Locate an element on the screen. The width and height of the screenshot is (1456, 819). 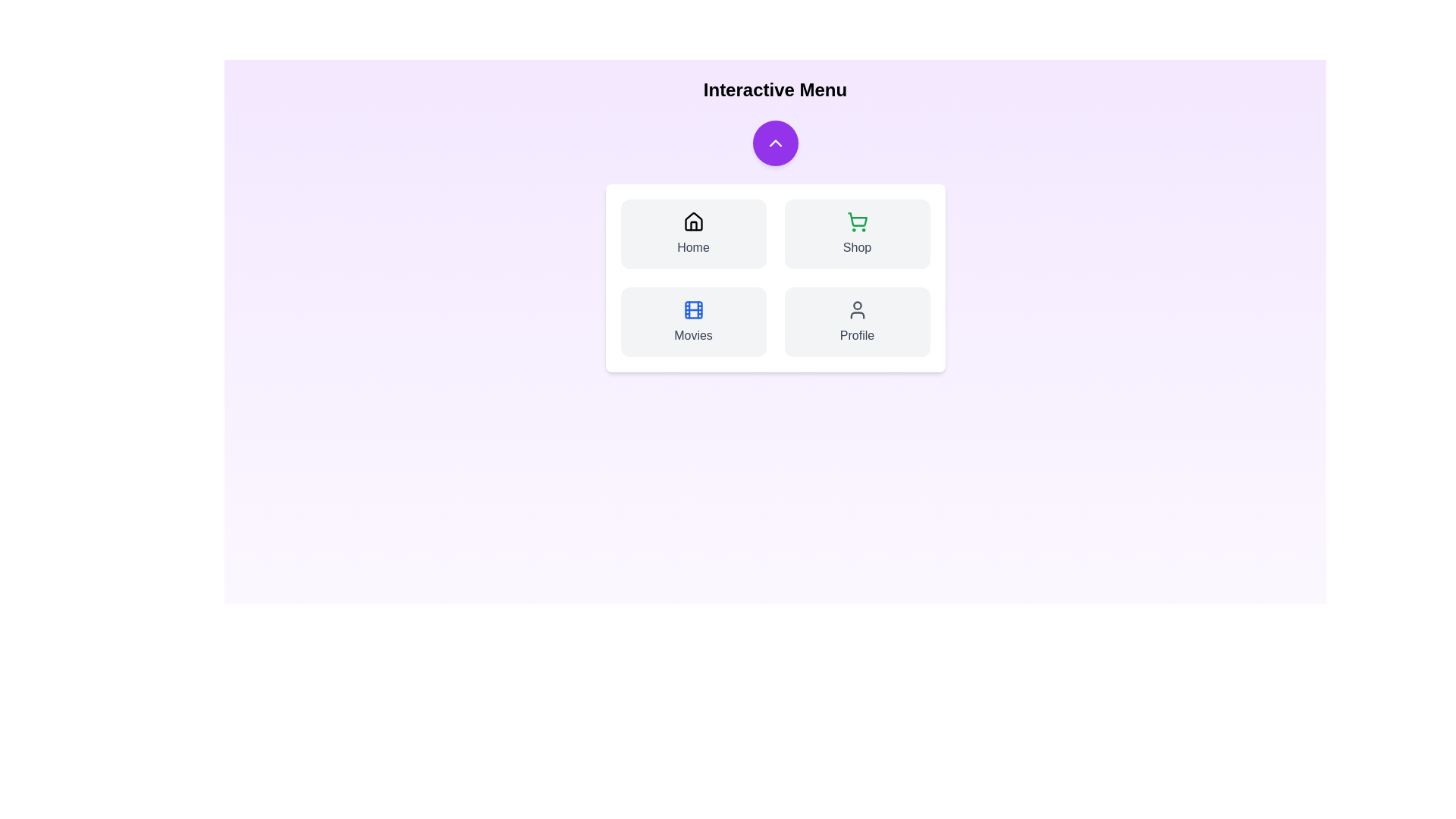
the text label of the menu item Home is located at coordinates (692, 247).